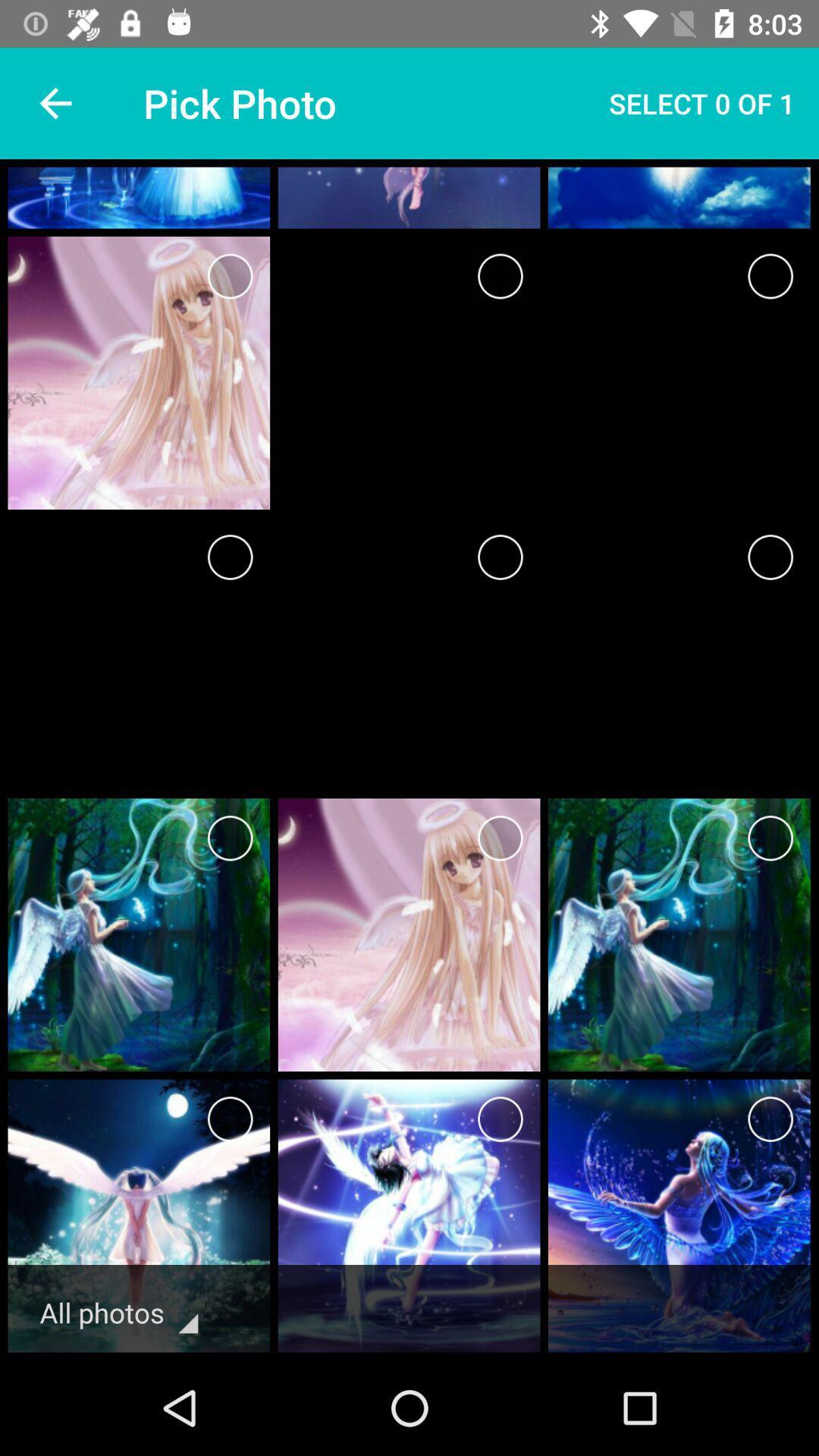 The width and height of the screenshot is (819, 1456). I want to click on choose a picture, so click(500, 276).